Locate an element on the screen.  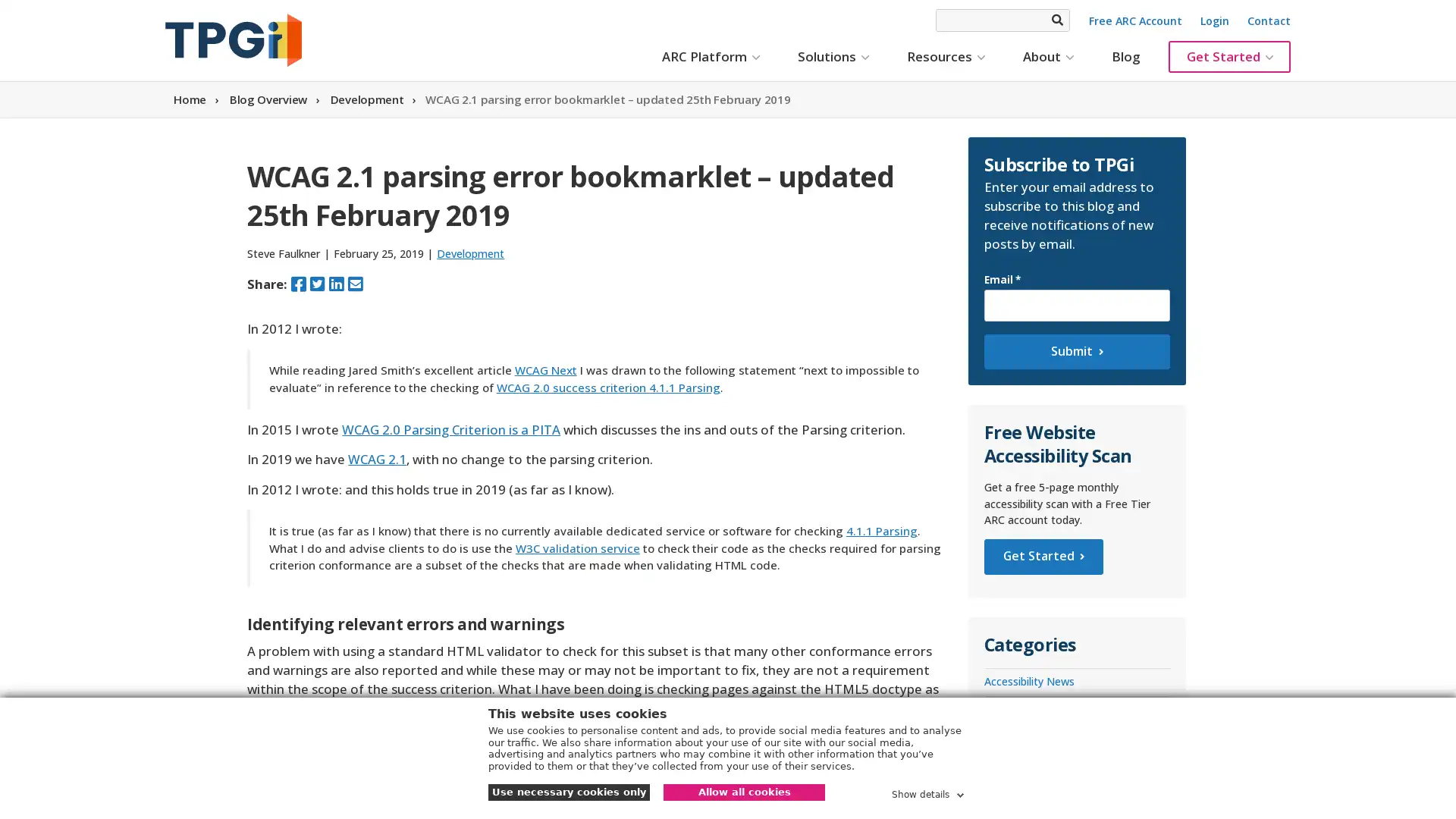
Submit Search is located at coordinates (1056, 20).